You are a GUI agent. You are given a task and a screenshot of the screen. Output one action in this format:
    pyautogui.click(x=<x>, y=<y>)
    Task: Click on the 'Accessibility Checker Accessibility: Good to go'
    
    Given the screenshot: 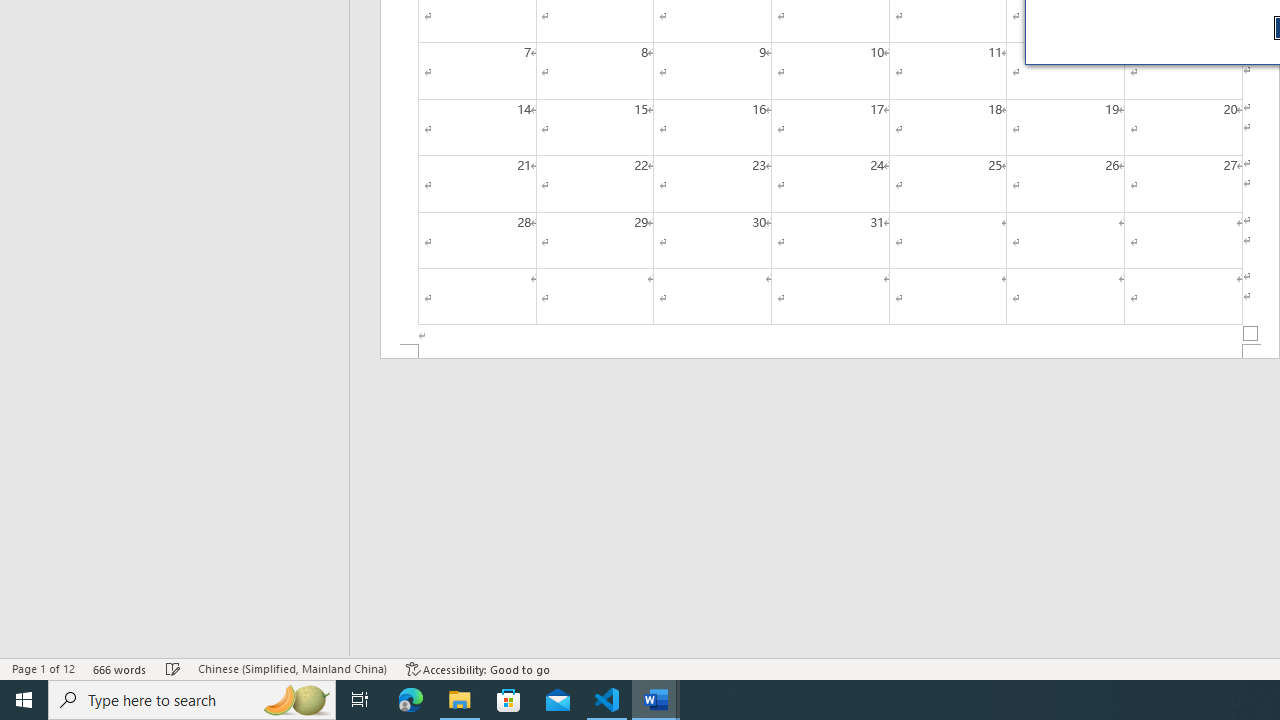 What is the action you would take?
    pyautogui.click(x=477, y=669)
    